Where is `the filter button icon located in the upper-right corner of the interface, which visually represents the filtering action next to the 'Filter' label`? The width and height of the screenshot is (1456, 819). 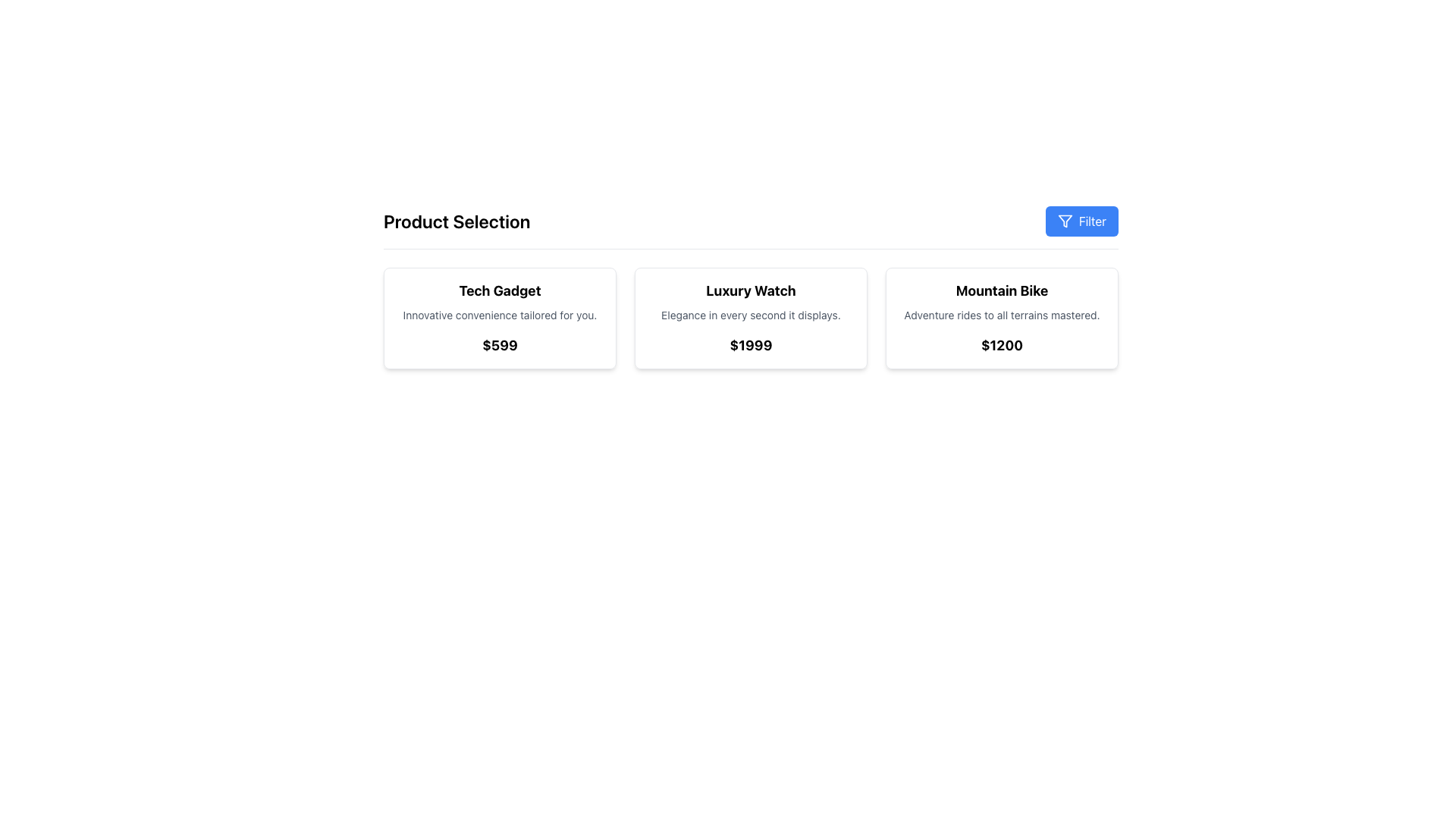 the filter button icon located in the upper-right corner of the interface, which visually represents the filtering action next to the 'Filter' label is located at coordinates (1064, 221).